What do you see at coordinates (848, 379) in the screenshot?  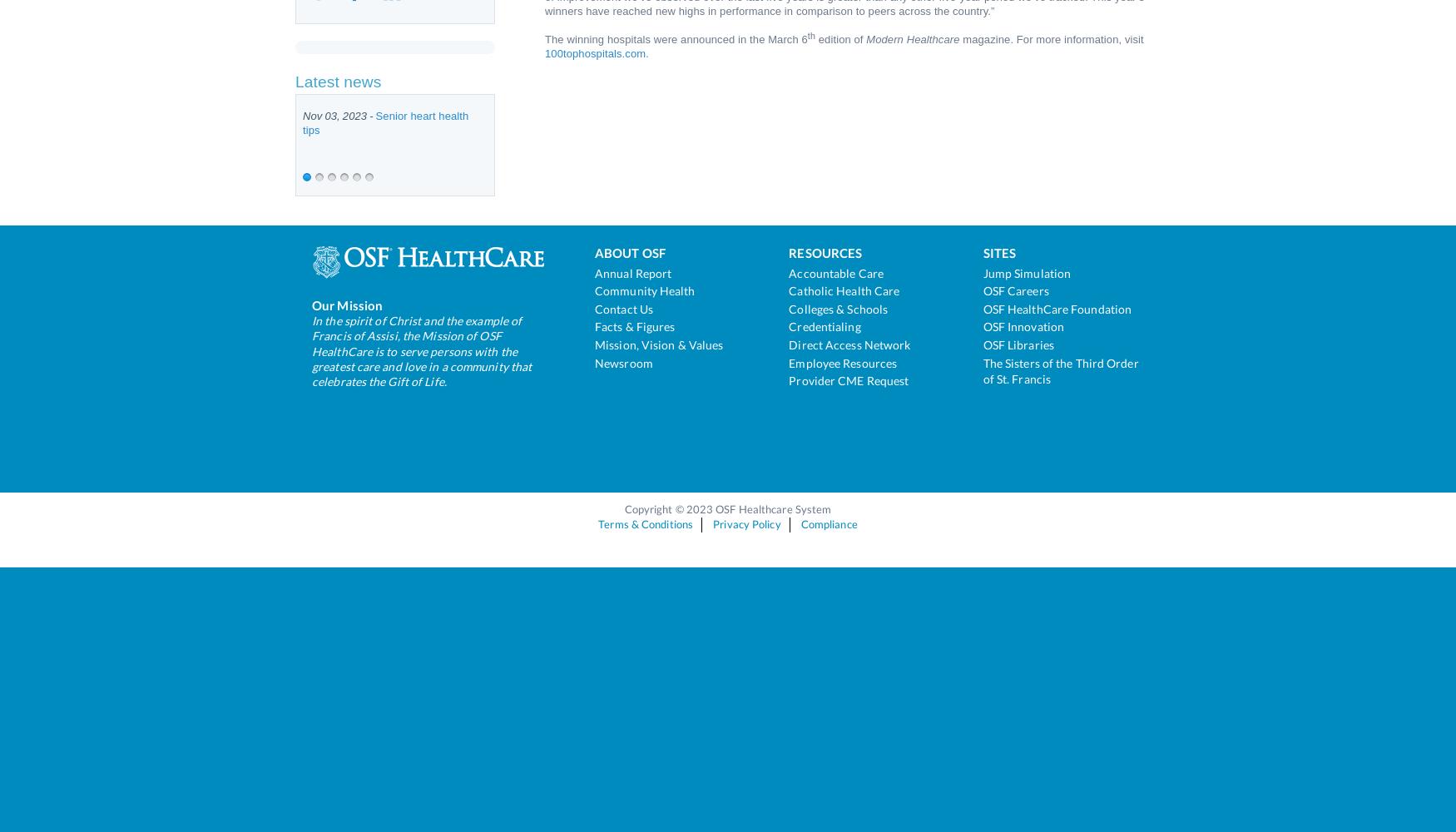 I see `'Provider CME Request'` at bounding box center [848, 379].